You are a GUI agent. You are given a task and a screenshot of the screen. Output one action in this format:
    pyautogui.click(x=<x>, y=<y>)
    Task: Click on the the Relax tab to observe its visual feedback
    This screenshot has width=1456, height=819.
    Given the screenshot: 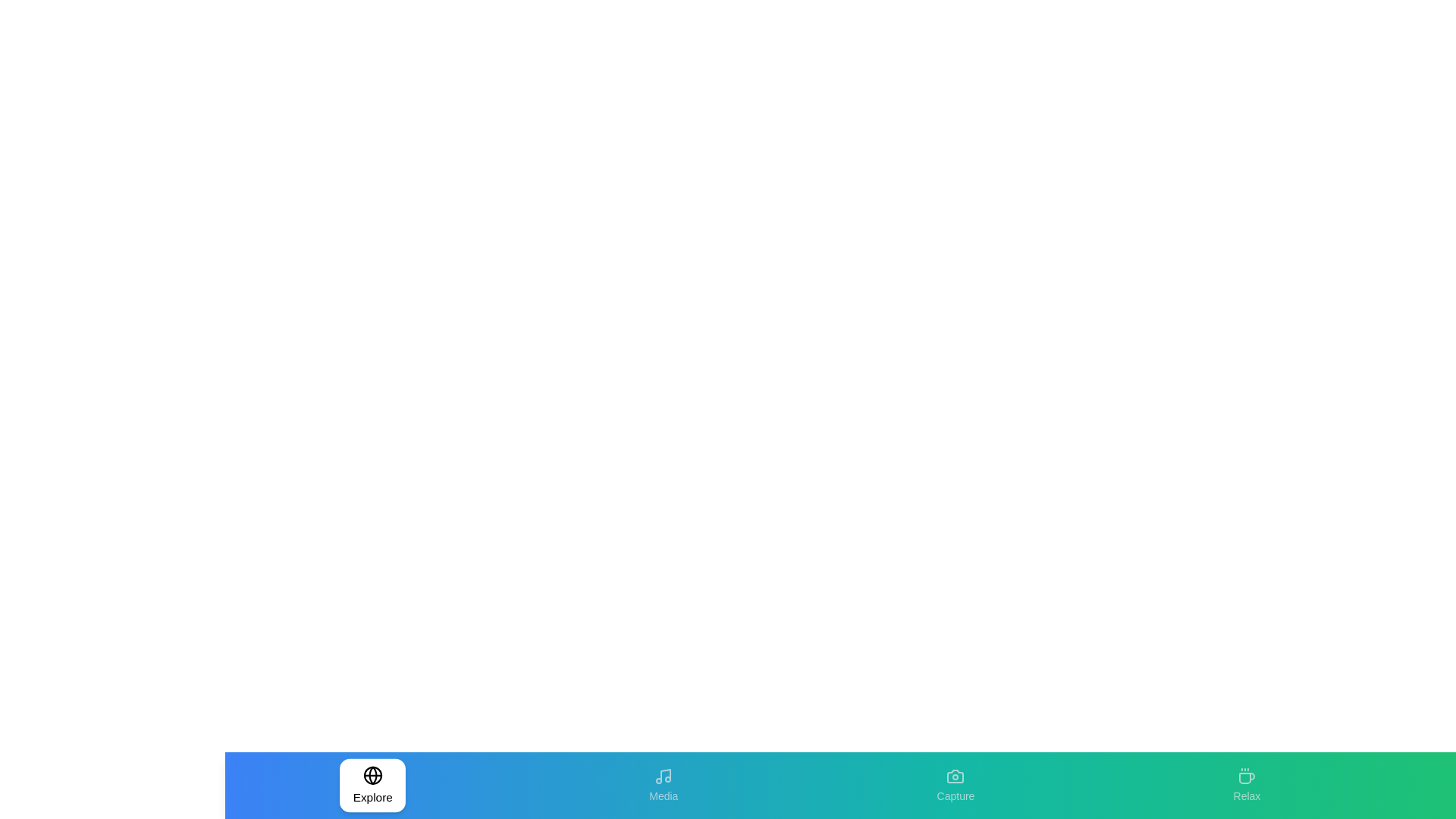 What is the action you would take?
    pyautogui.click(x=1246, y=785)
    